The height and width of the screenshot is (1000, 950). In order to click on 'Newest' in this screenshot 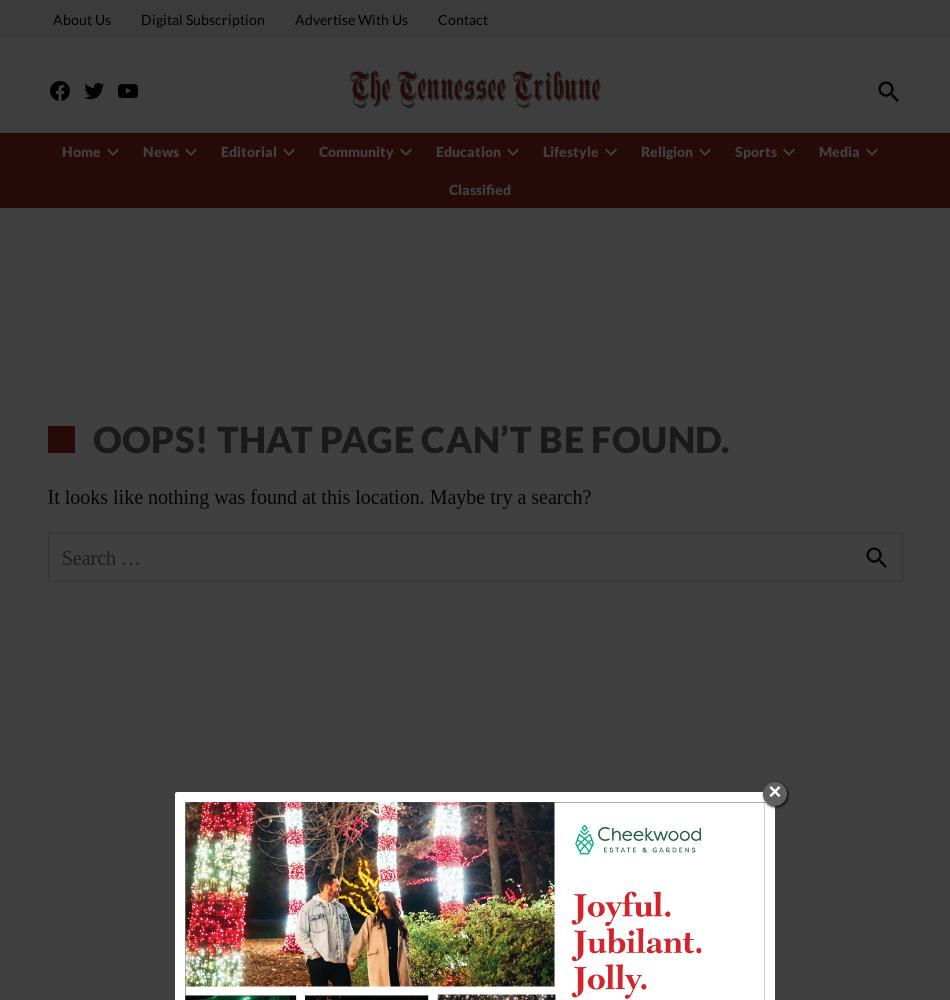, I will do `click(180, 142)`.